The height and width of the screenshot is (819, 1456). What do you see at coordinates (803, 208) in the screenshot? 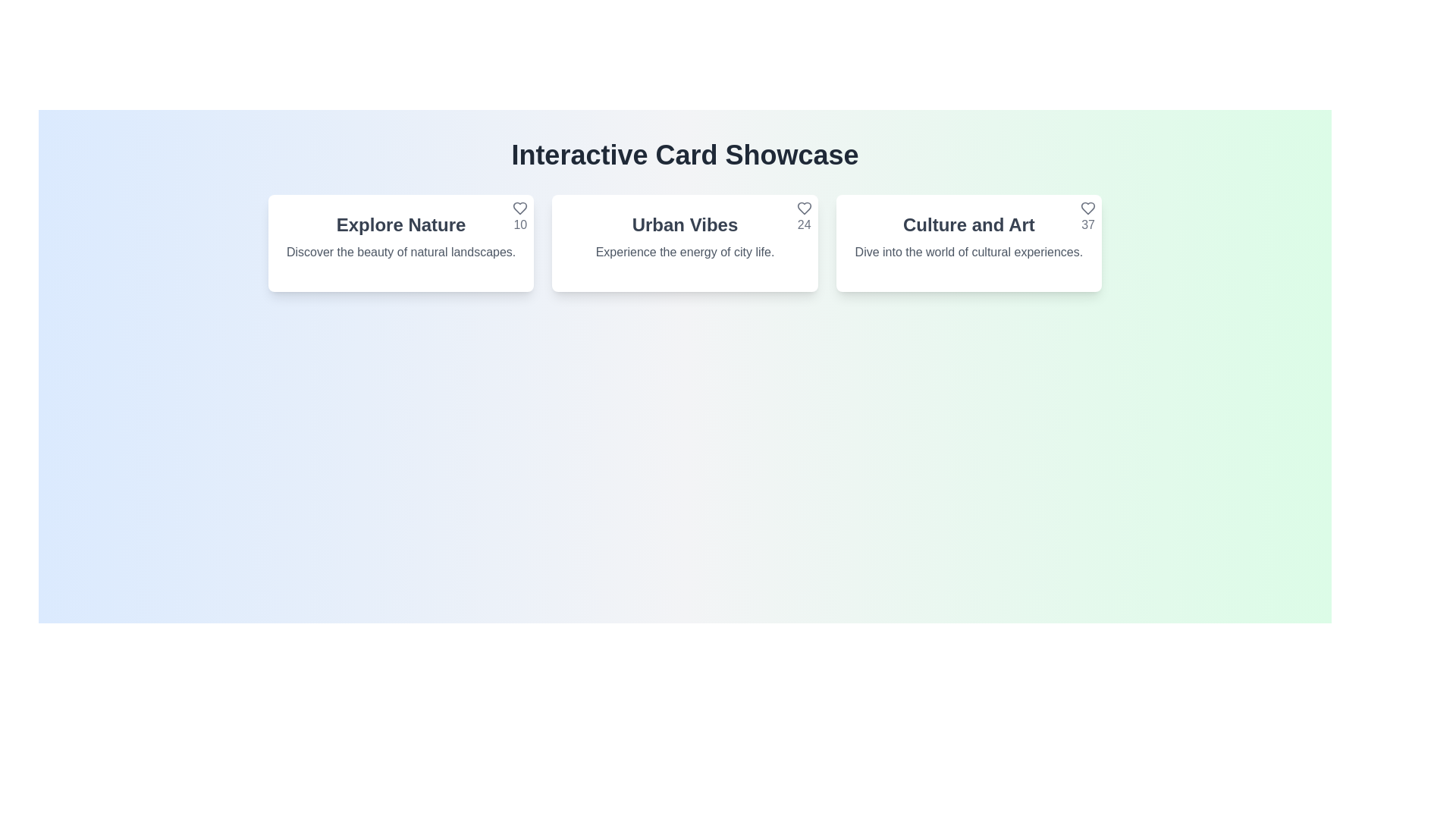
I see `the heart-like icon located in the top-right corner of the 'Urban Vibes' card, which represents a favoriting or liking action` at bounding box center [803, 208].